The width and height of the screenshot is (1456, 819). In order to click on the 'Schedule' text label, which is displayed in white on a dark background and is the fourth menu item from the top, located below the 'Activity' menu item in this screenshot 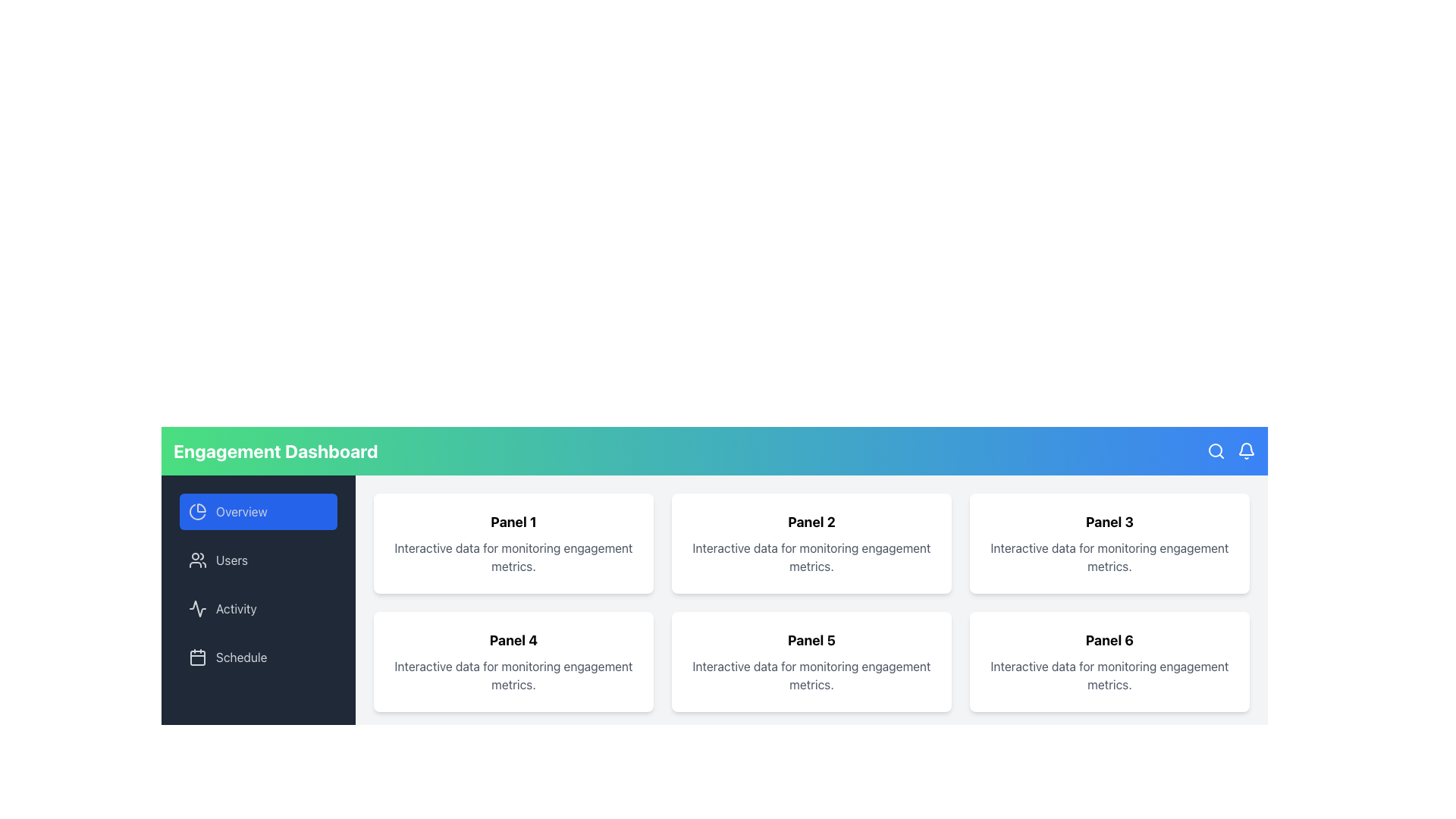, I will do `click(240, 657)`.